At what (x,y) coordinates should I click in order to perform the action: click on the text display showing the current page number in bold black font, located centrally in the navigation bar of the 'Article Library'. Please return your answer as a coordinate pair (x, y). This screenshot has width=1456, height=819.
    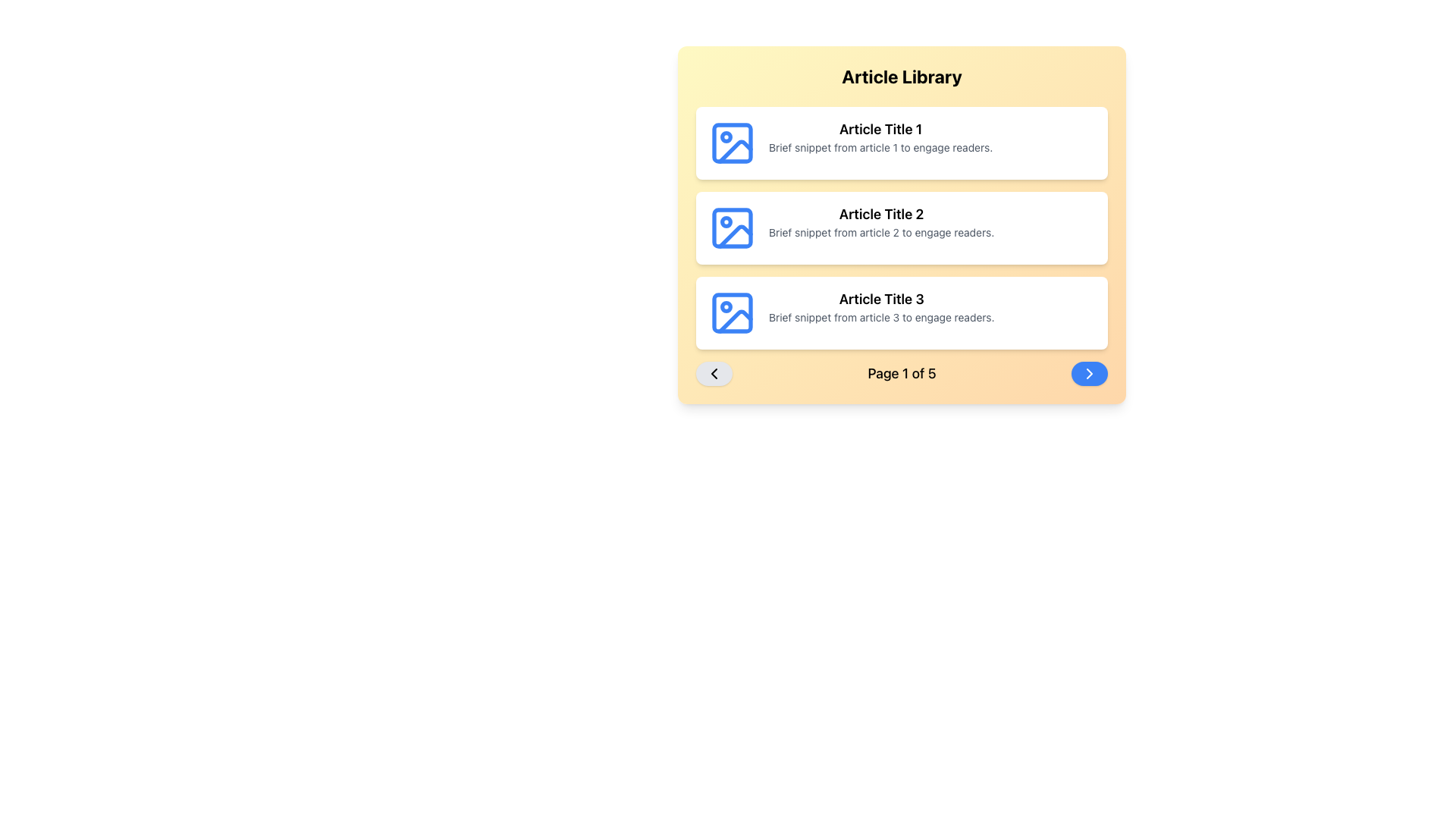
    Looking at the image, I should click on (902, 374).